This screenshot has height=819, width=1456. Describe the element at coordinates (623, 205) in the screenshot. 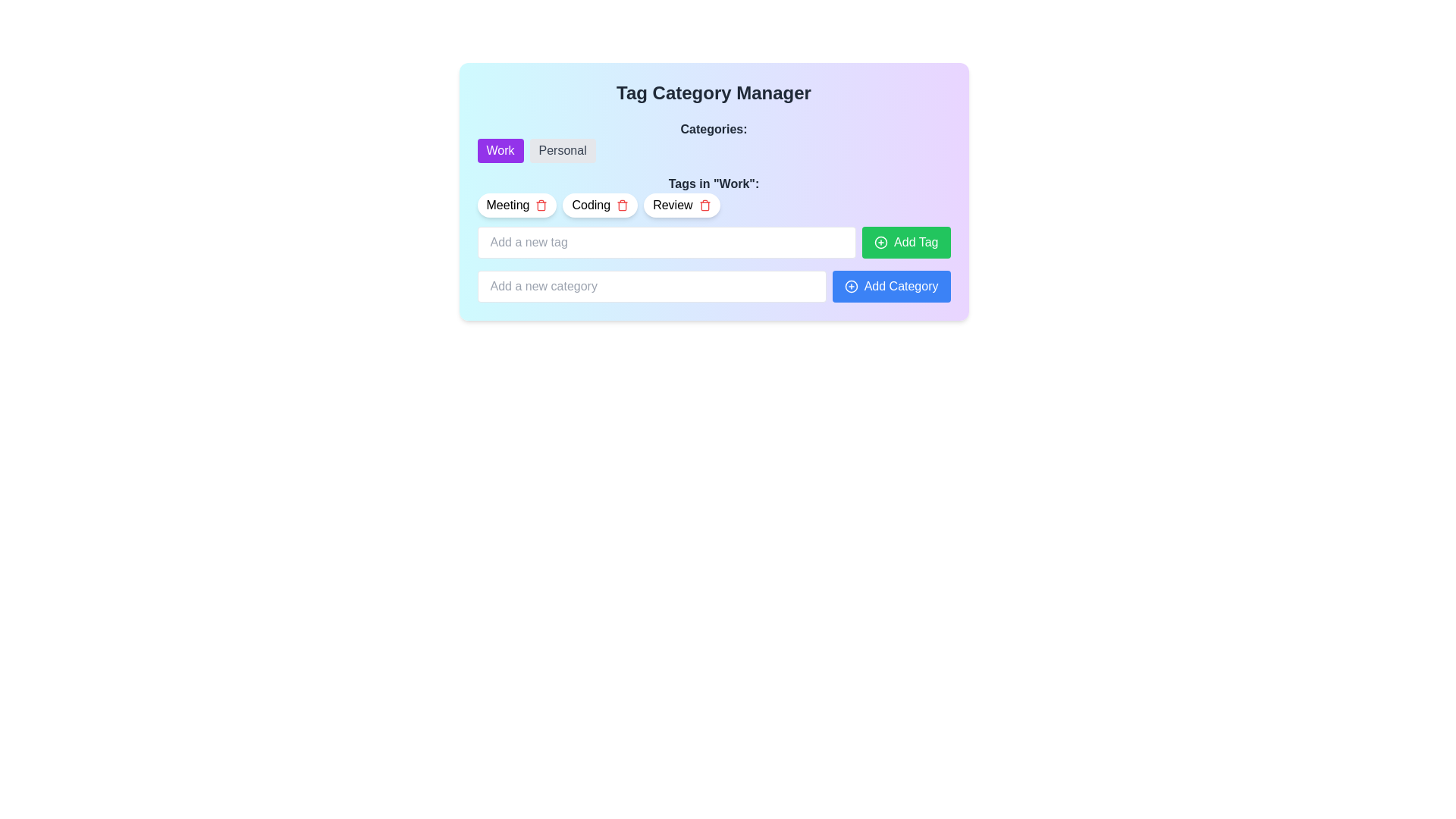

I see `the delete icon button for the 'Coding' tag located next to the 'Coding' text in the 'Tags in Work' section` at that location.